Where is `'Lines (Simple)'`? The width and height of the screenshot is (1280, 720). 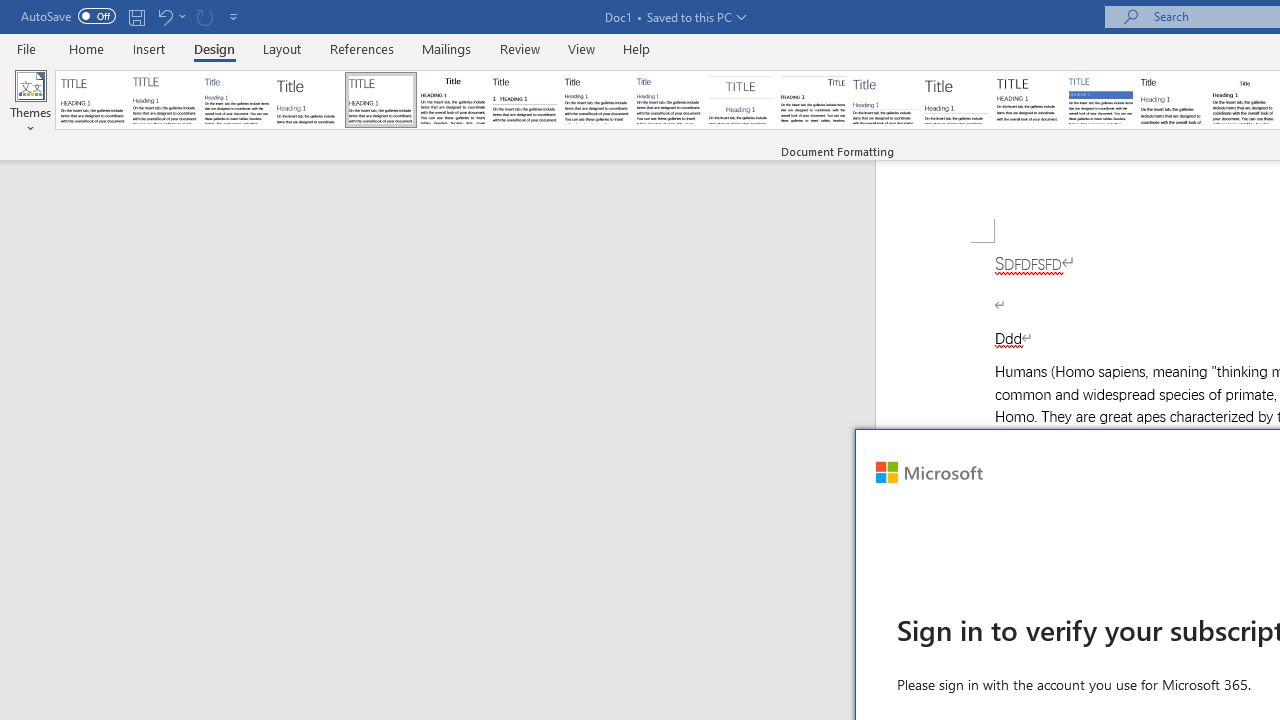
'Lines (Simple)' is located at coordinates (884, 100).